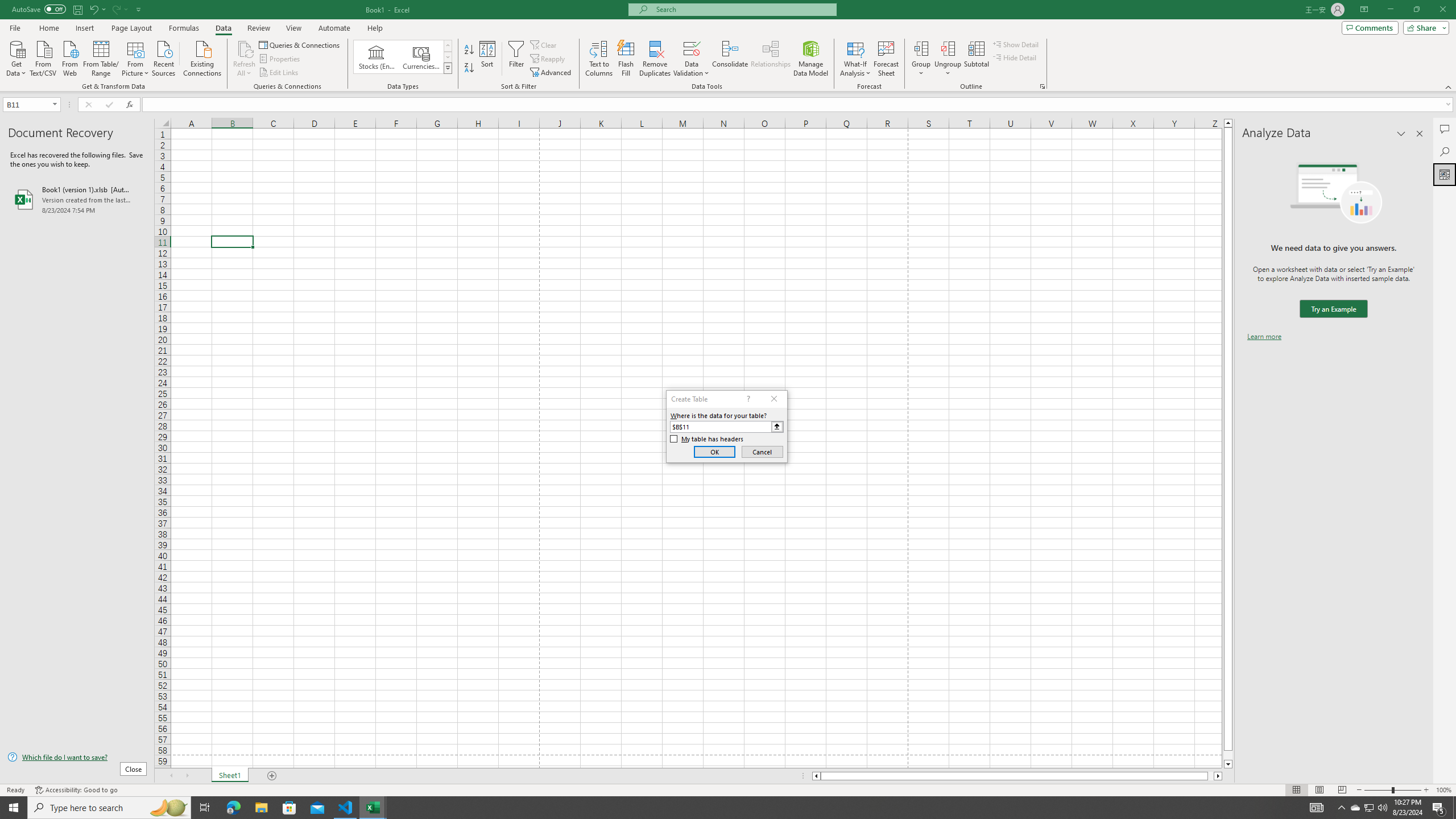 The width and height of the screenshot is (1456, 819). I want to click on 'Text to Columns...', so click(598, 59).